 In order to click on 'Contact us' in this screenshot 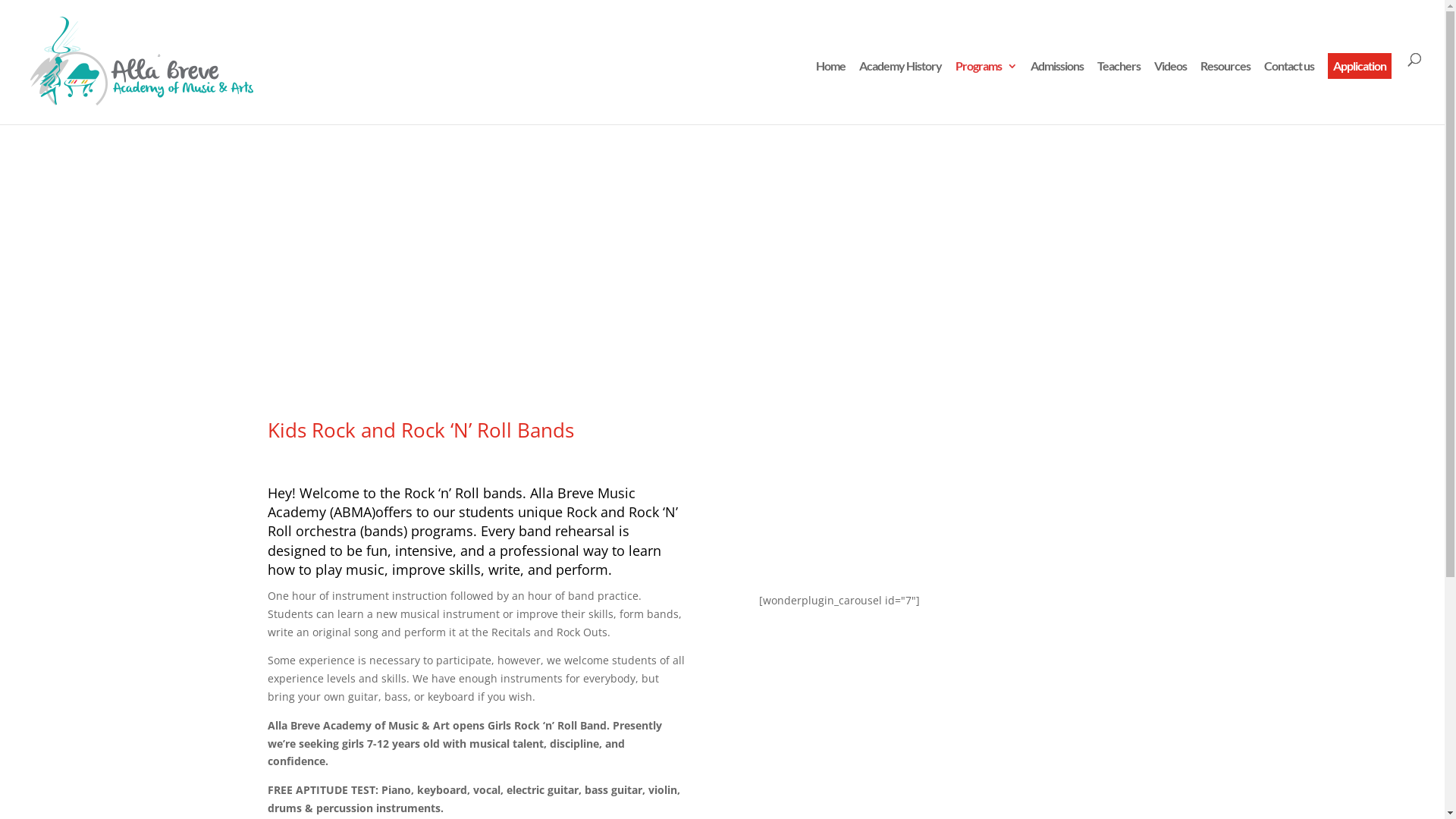, I will do `click(1288, 93)`.